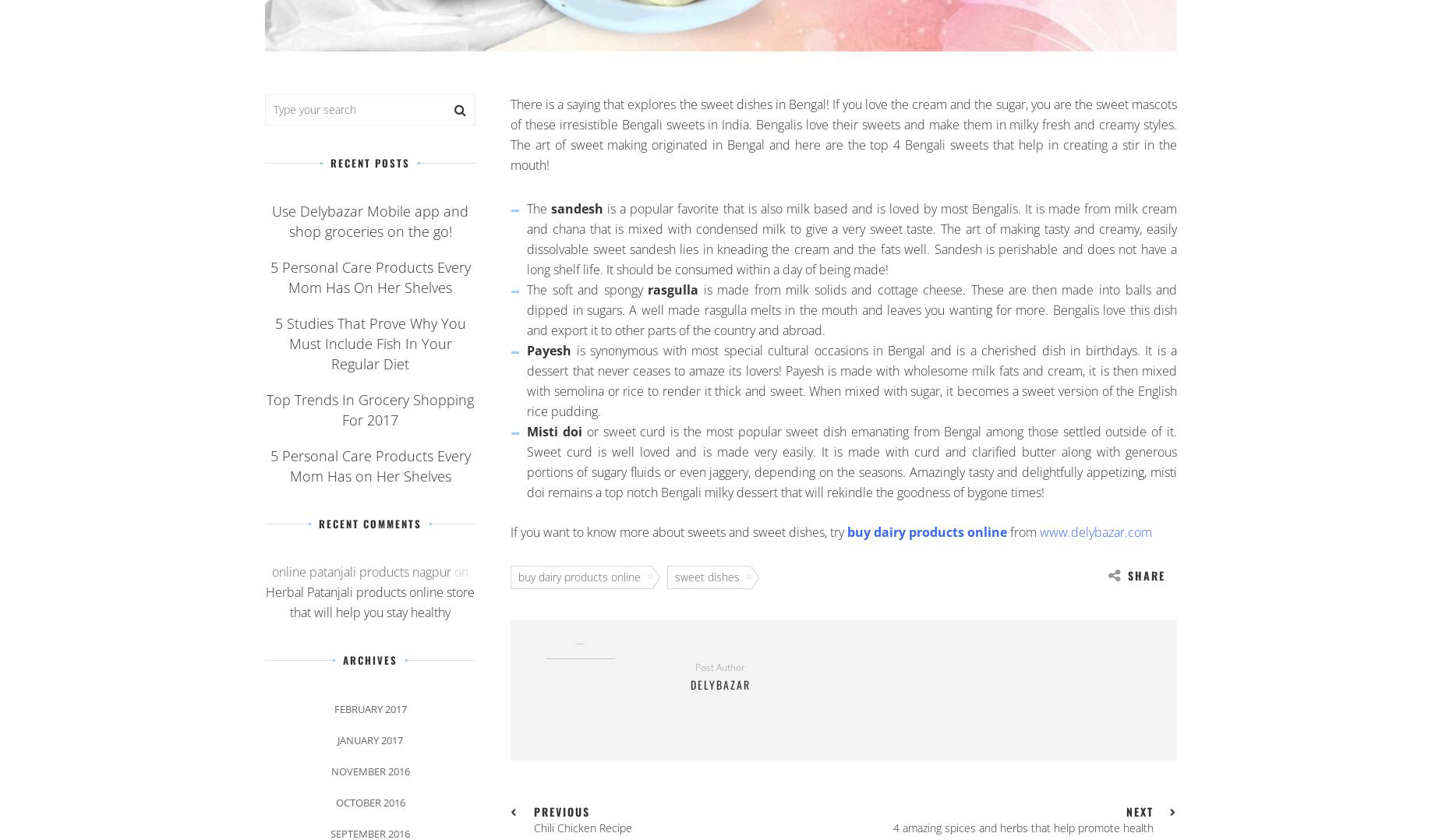  I want to click on 'Recent Comments', so click(370, 522).